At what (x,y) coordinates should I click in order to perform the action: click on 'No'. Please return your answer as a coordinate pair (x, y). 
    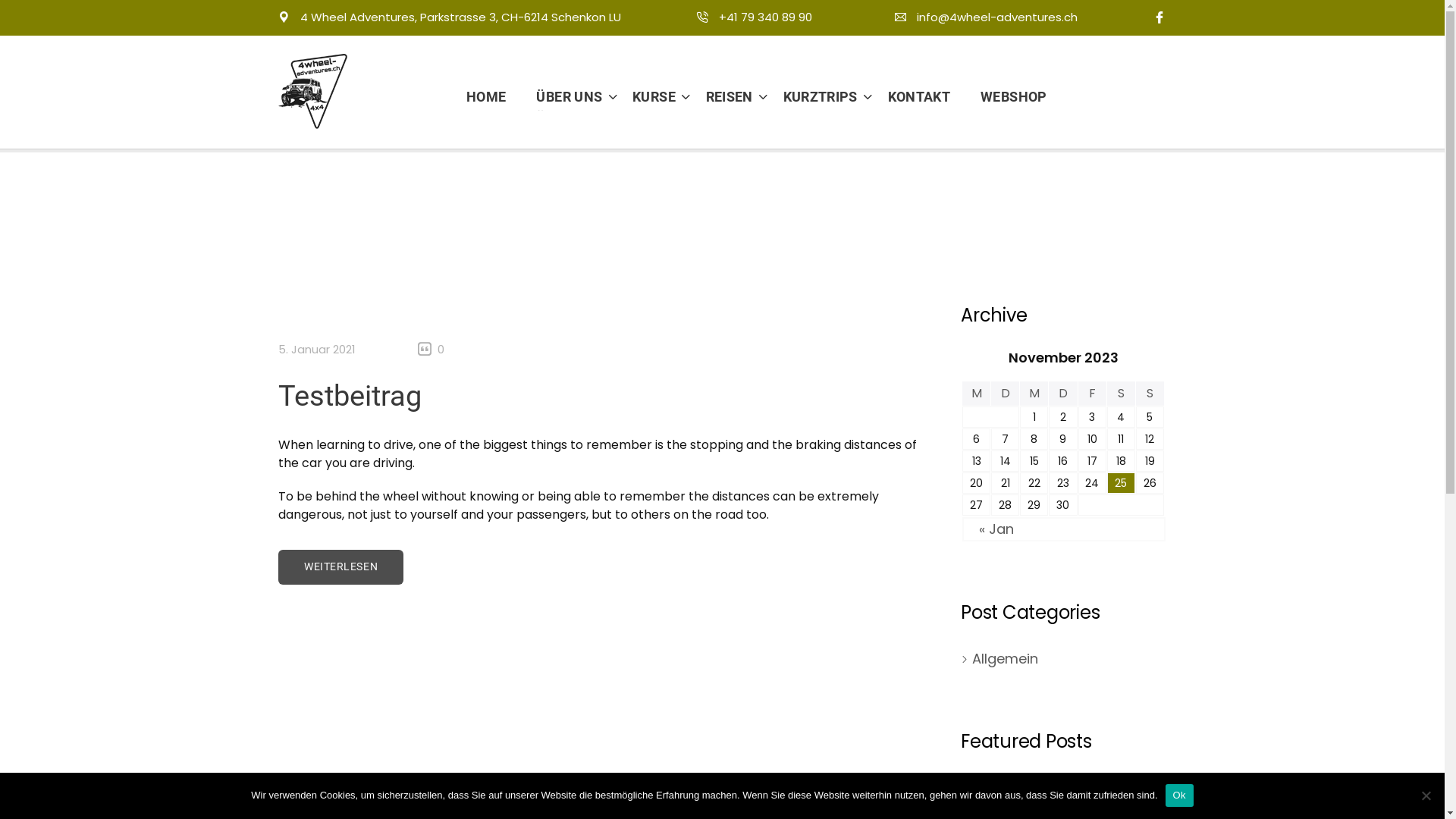
    Looking at the image, I should click on (1425, 795).